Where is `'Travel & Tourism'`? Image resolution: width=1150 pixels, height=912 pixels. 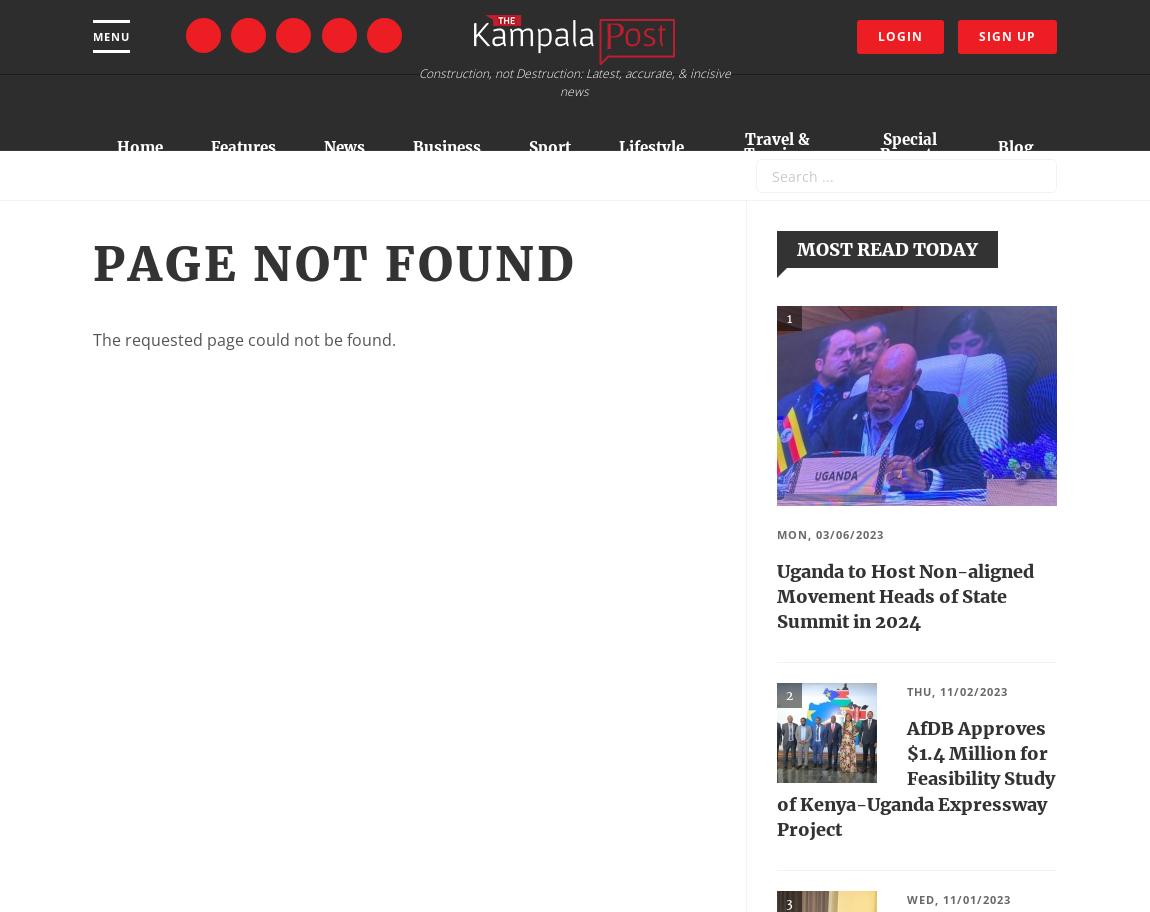
'Travel & Tourism' is located at coordinates (742, 146).